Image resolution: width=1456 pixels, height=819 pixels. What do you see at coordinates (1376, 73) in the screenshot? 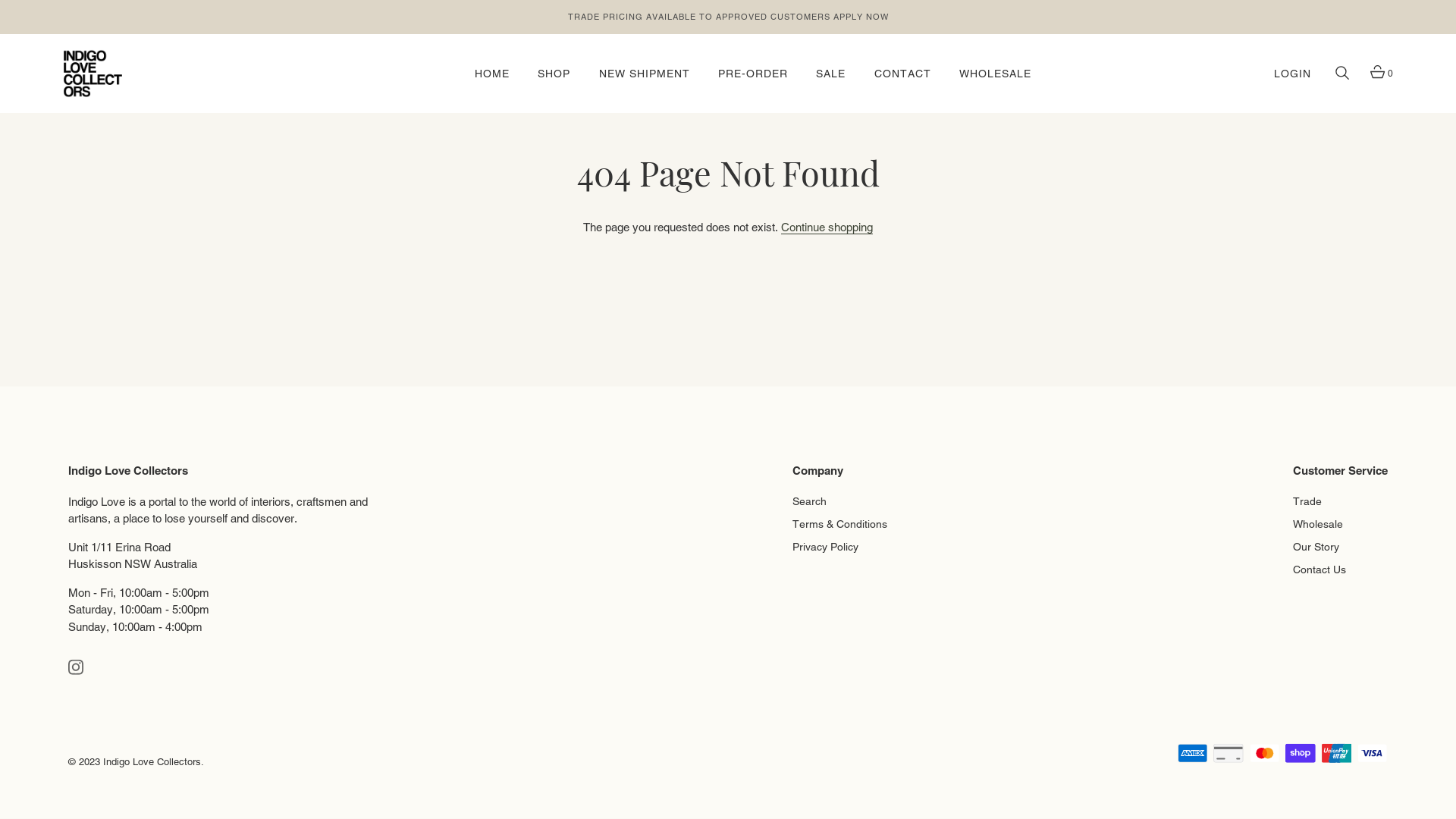
I see `'0'` at bounding box center [1376, 73].